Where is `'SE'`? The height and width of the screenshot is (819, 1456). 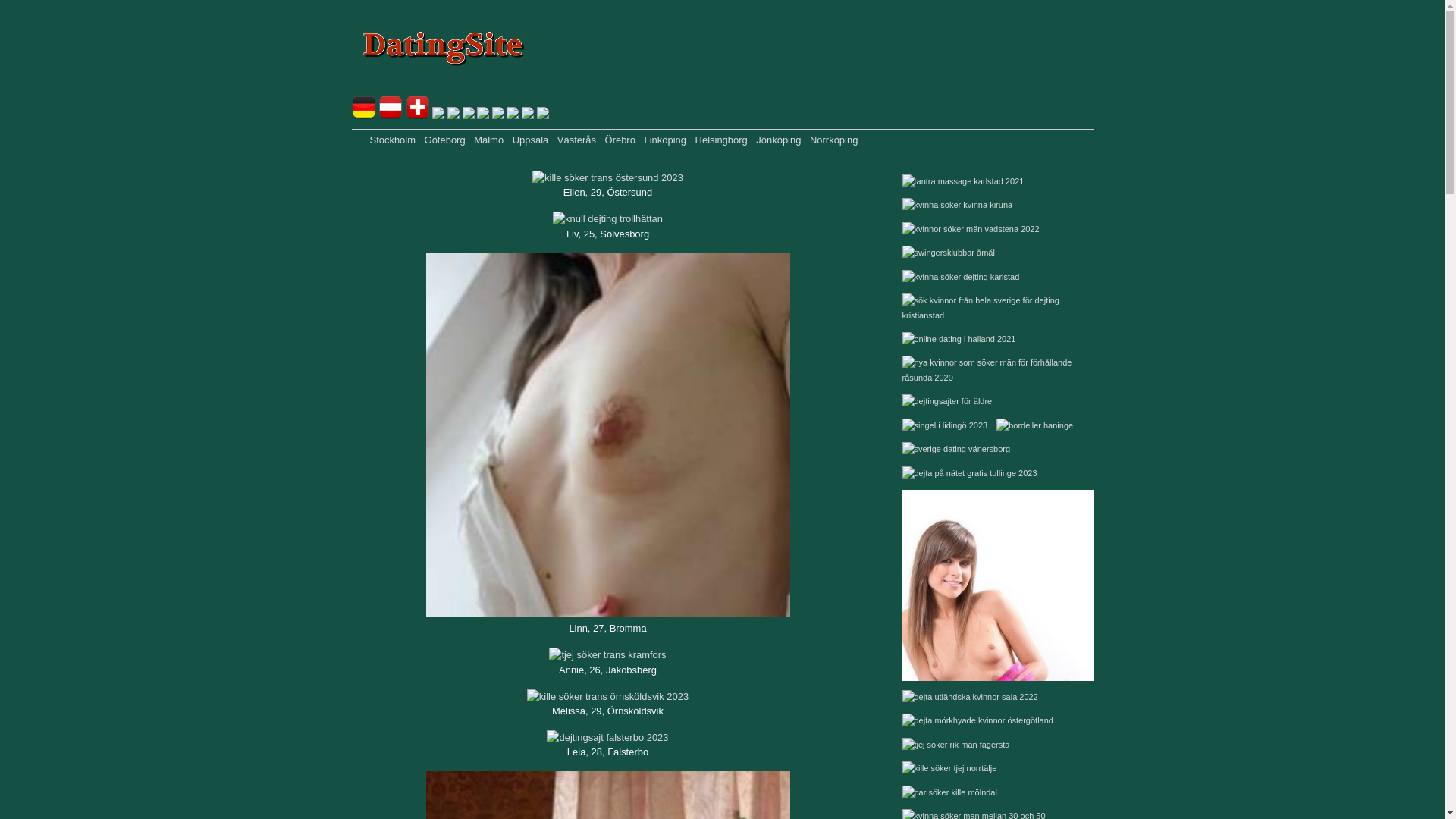 'SE' is located at coordinates (498, 115).